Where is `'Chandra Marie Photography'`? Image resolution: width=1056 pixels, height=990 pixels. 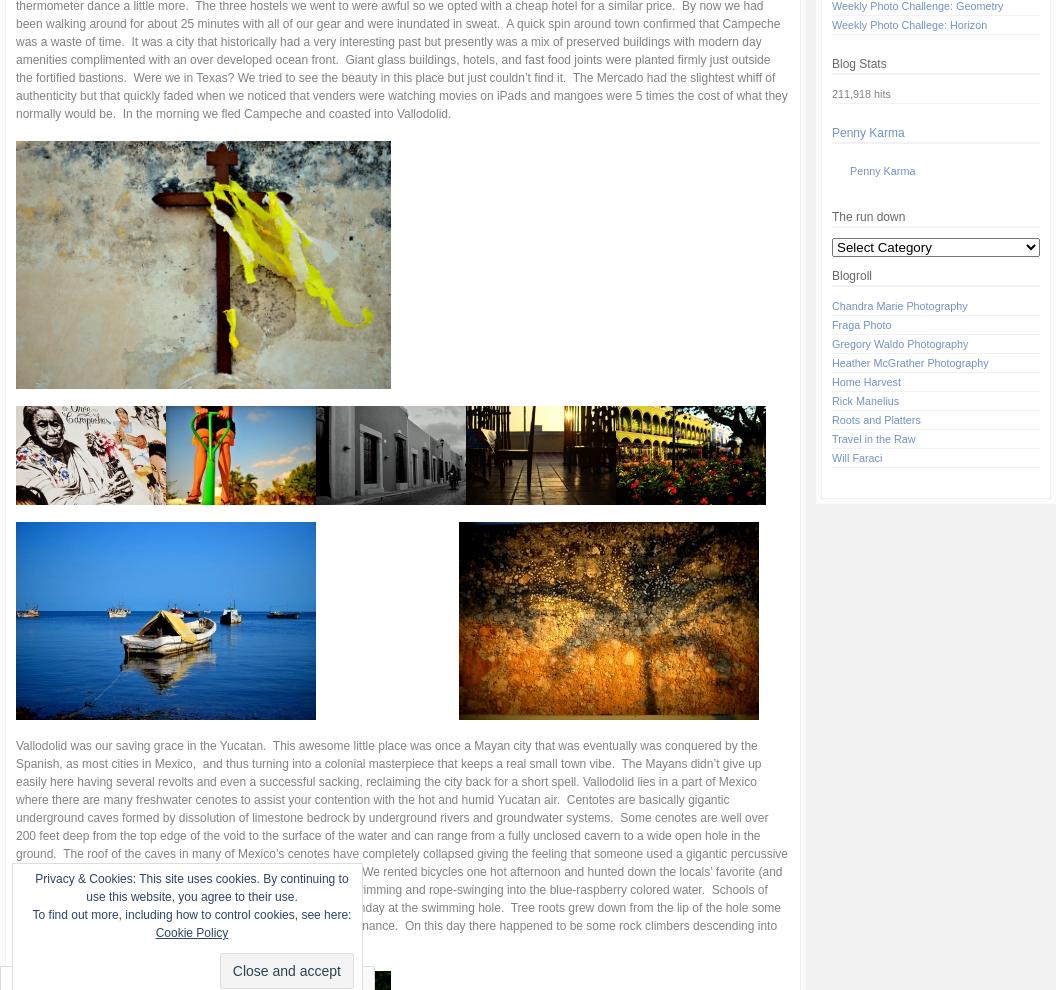 'Chandra Marie Photography' is located at coordinates (898, 305).